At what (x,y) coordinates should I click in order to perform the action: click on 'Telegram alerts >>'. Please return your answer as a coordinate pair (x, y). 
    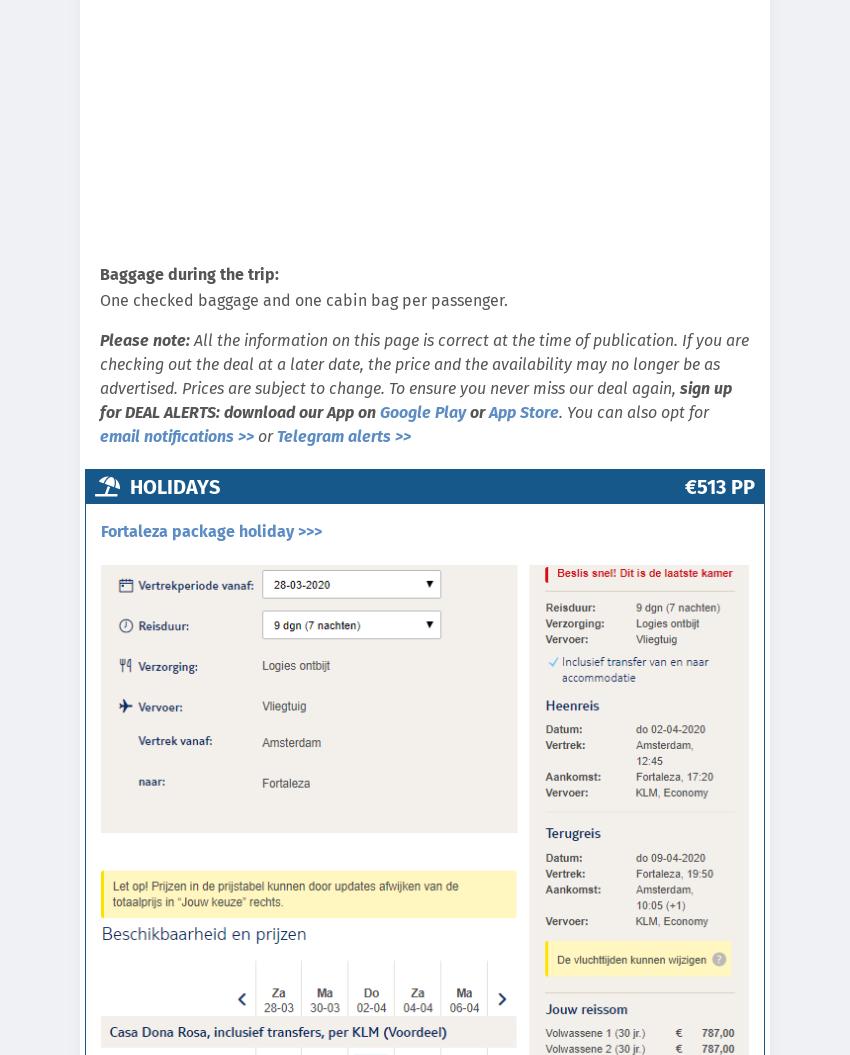
    Looking at the image, I should click on (342, 435).